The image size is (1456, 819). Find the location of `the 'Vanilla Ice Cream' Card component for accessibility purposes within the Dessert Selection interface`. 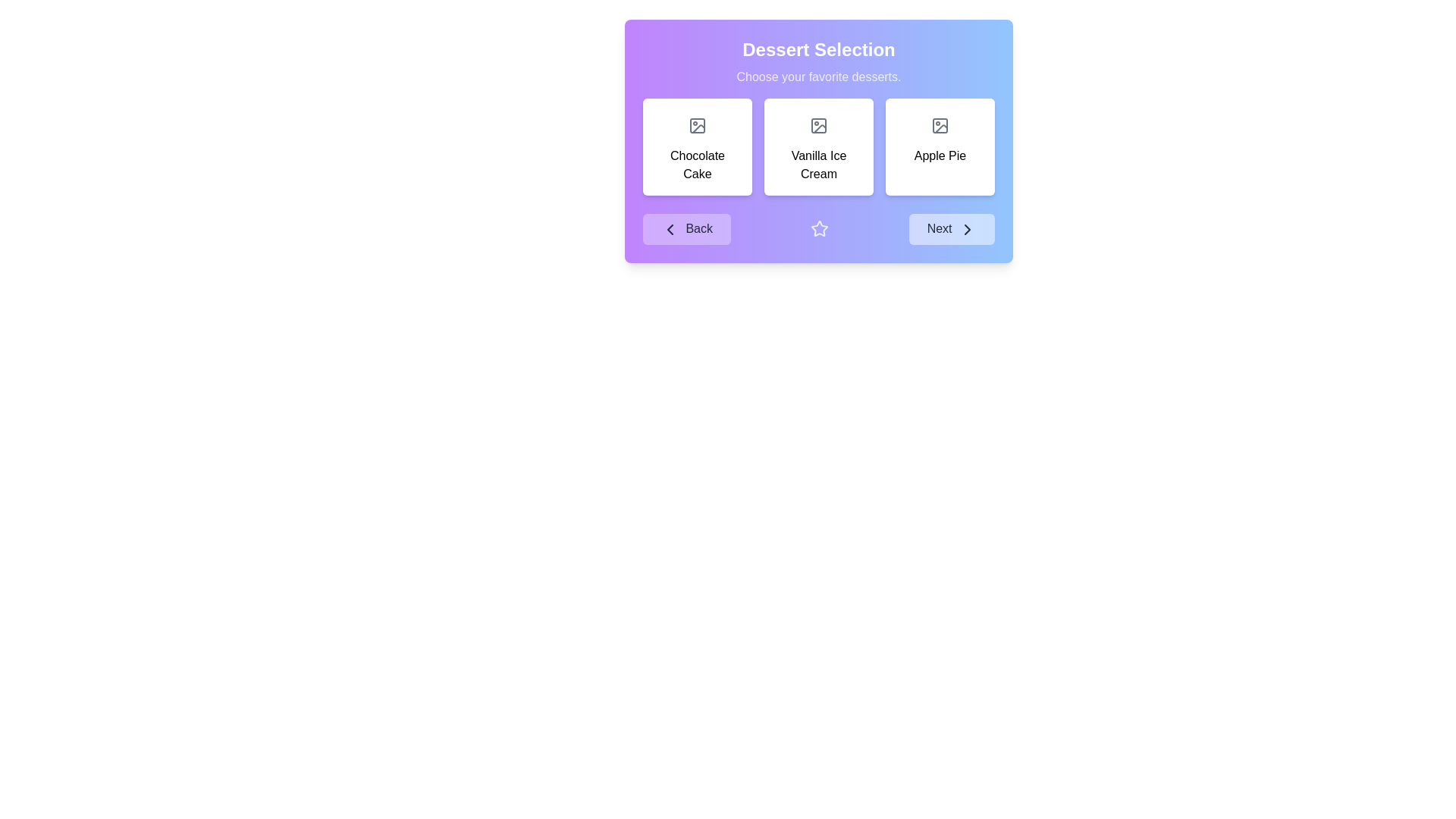

the 'Vanilla Ice Cream' Card component for accessibility purposes within the Dessert Selection interface is located at coordinates (818, 146).